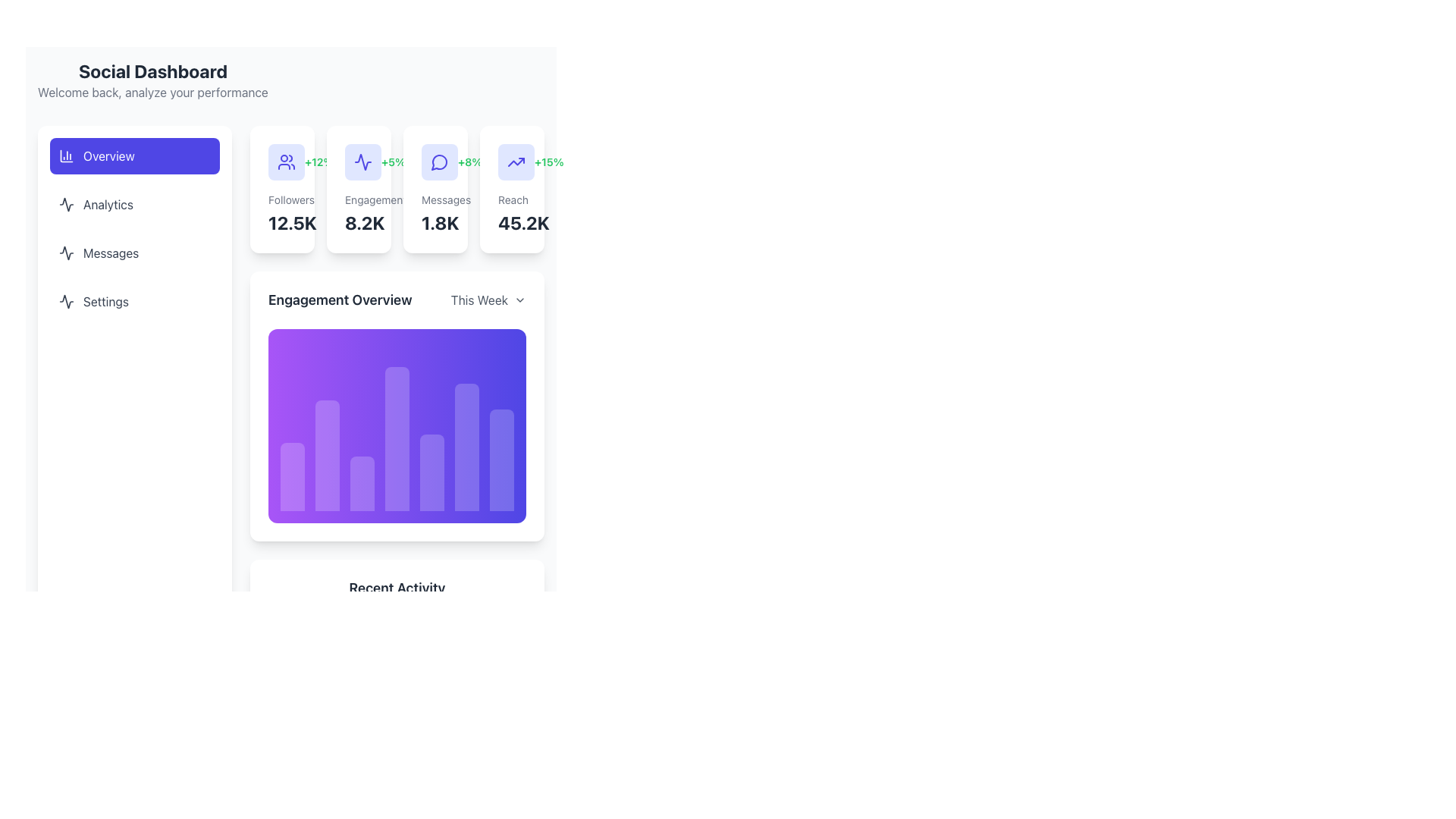  What do you see at coordinates (512, 162) in the screenshot?
I see `the trending icon, which is a blue line chart within a softly rounded rectangle` at bounding box center [512, 162].